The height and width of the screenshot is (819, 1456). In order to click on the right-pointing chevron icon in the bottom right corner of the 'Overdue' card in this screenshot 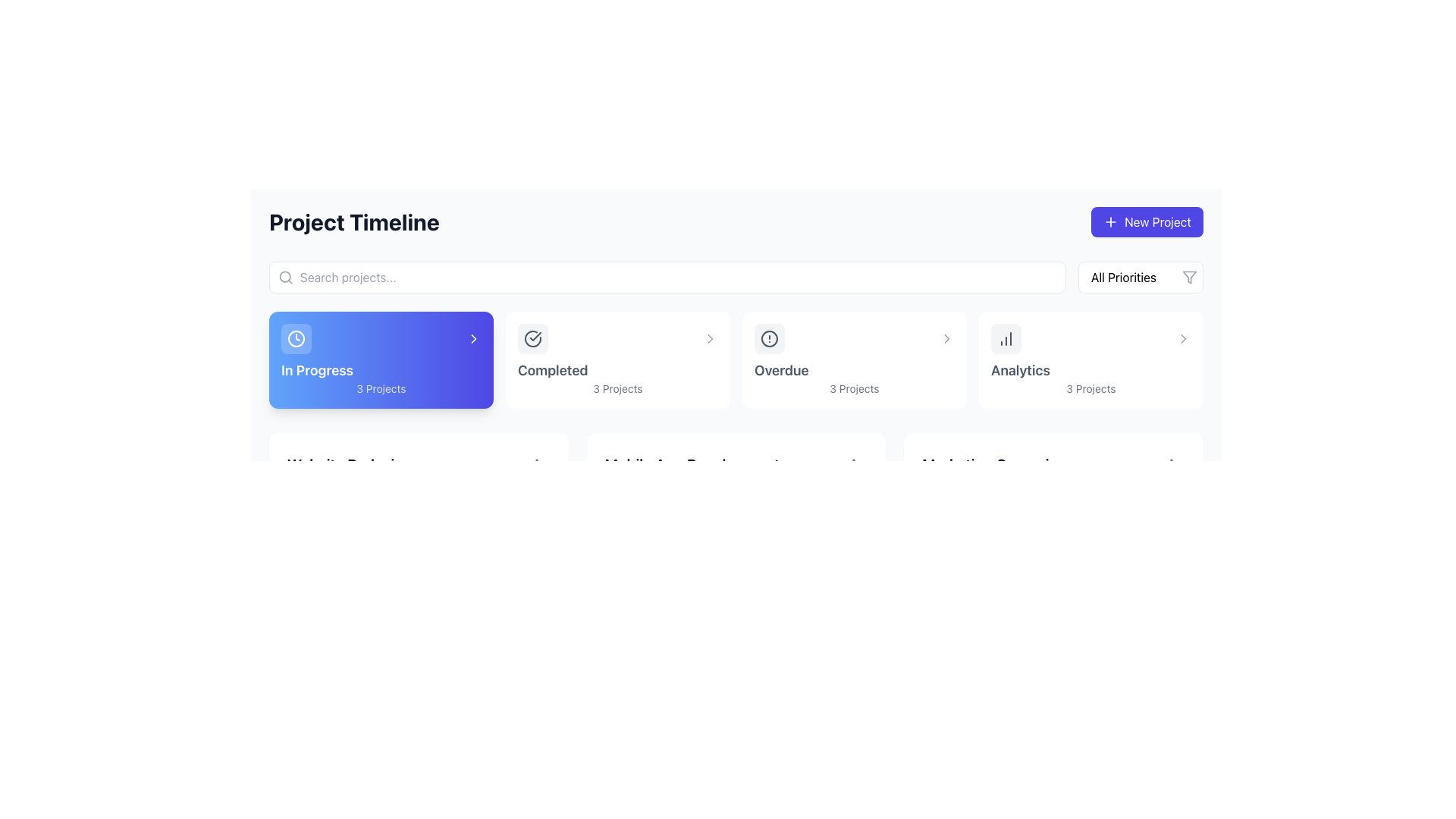, I will do `click(946, 338)`.